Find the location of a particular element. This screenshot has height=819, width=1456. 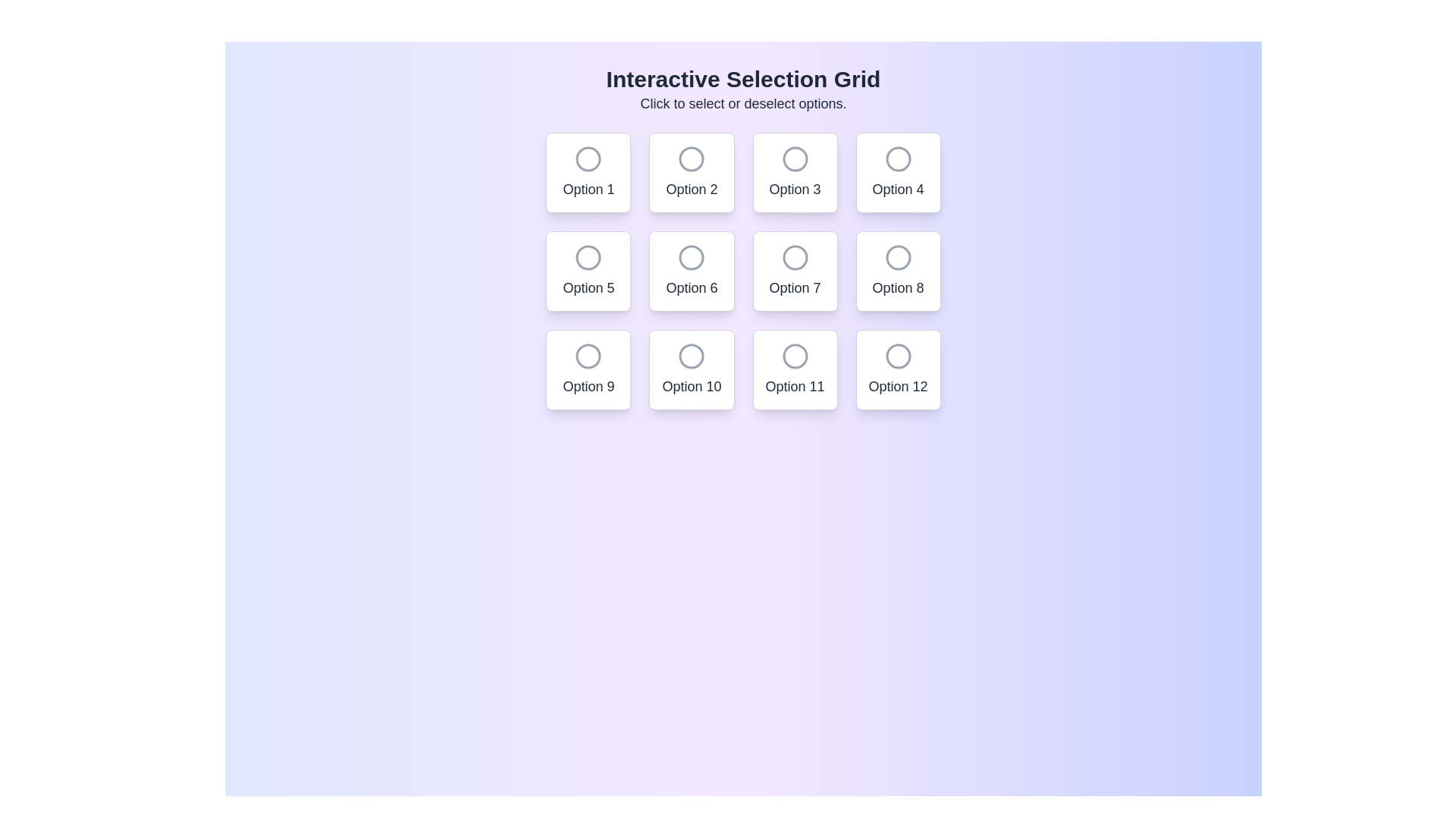

the header text of the grid is located at coordinates (743, 79).